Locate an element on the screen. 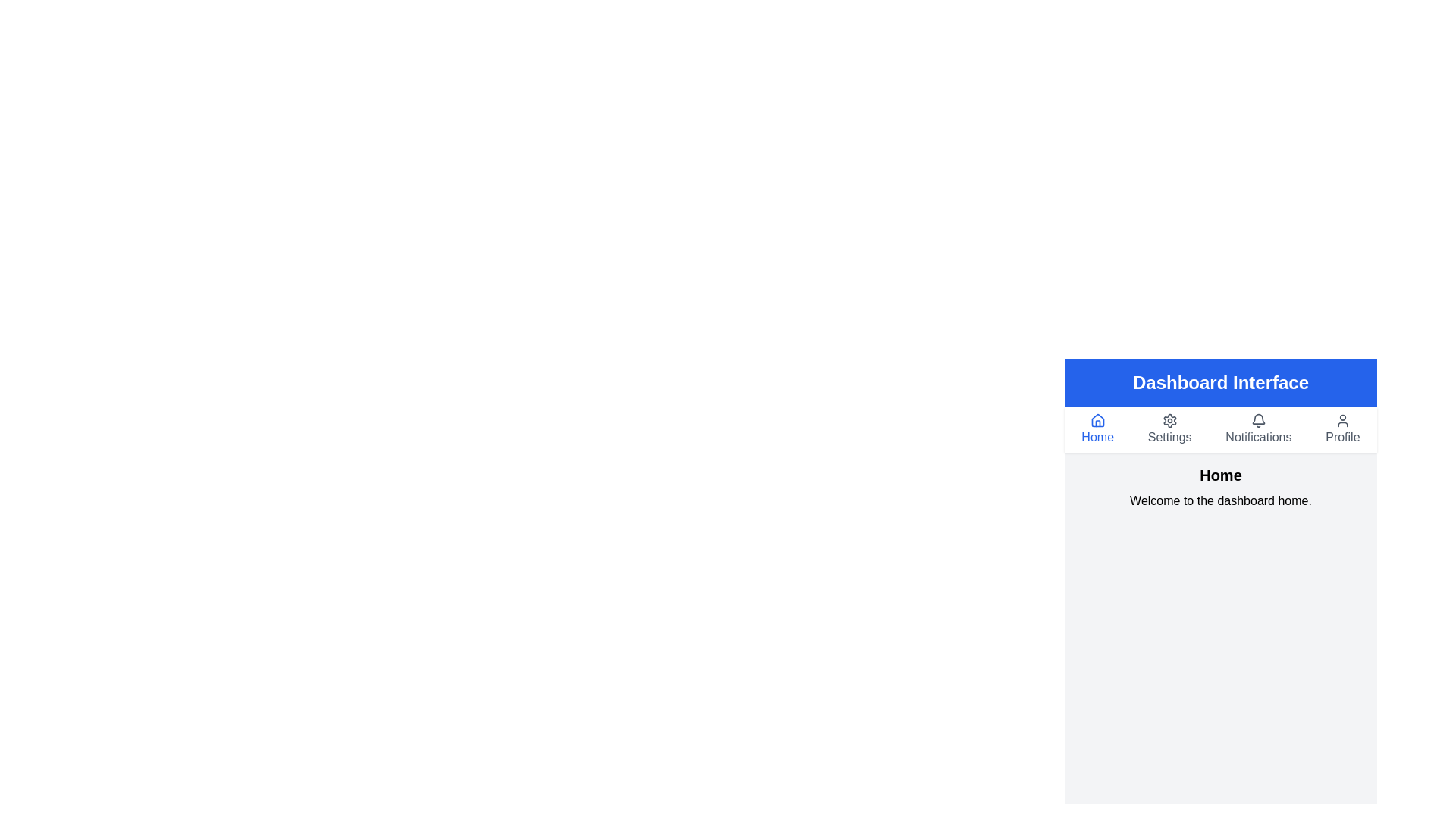 This screenshot has width=1456, height=819. the decorative segment of the 'Home' icon located in the bottom segment of the house icon in the first tab of the navigation bar is located at coordinates (1097, 420).